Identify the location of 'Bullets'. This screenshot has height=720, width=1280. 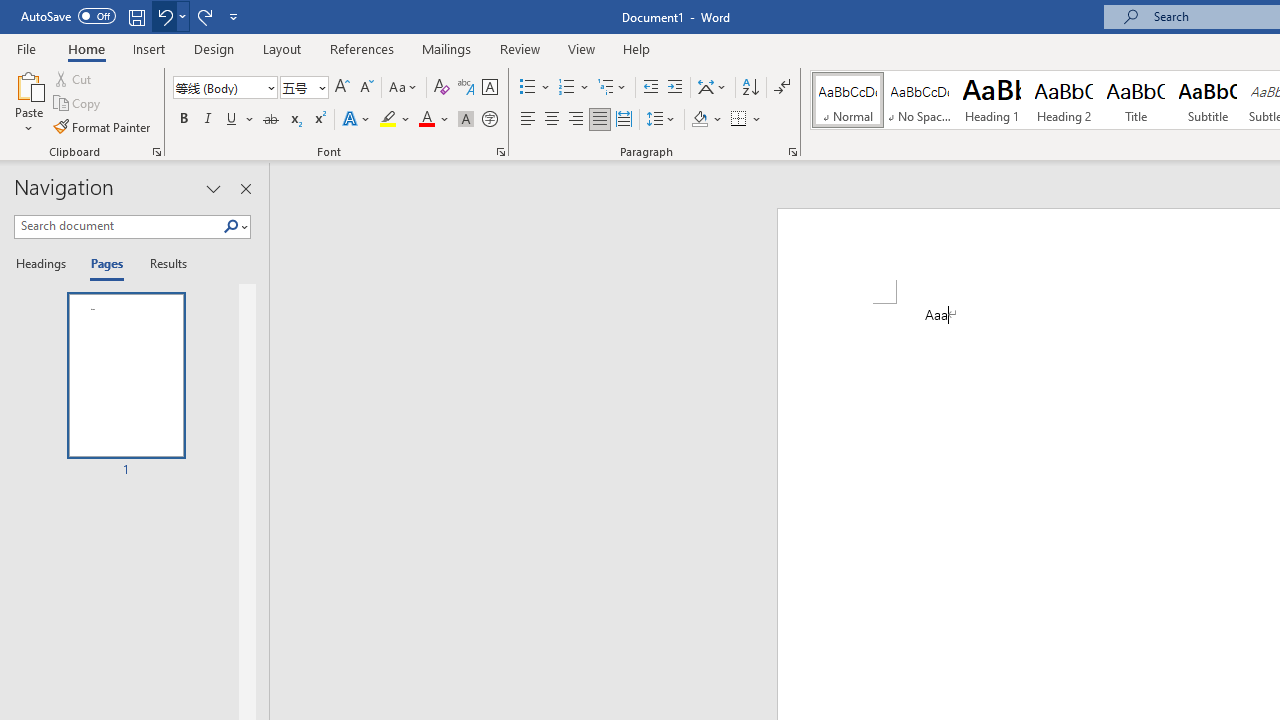
(535, 86).